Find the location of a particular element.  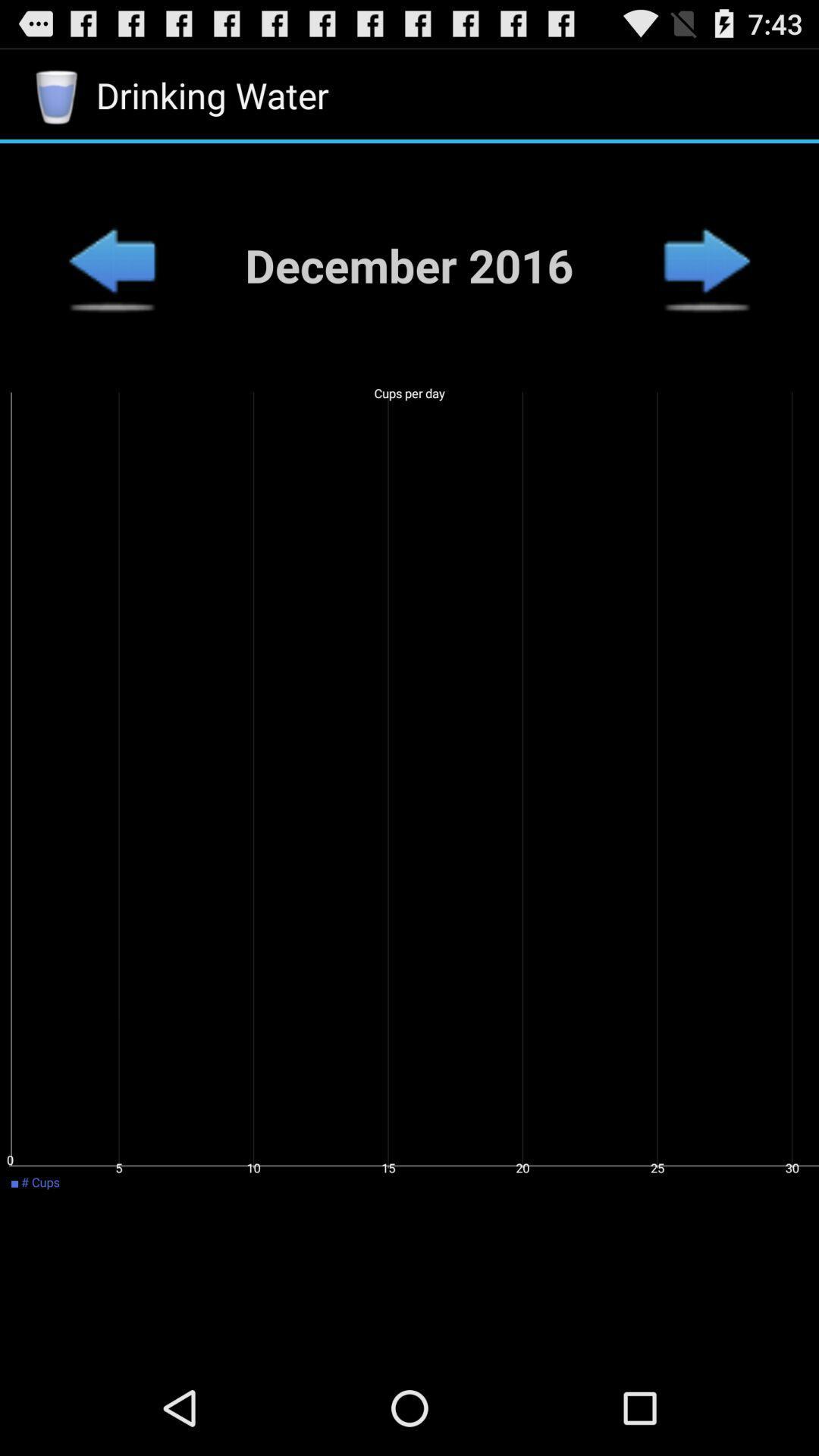

the arrow_backward icon is located at coordinates (111, 284).